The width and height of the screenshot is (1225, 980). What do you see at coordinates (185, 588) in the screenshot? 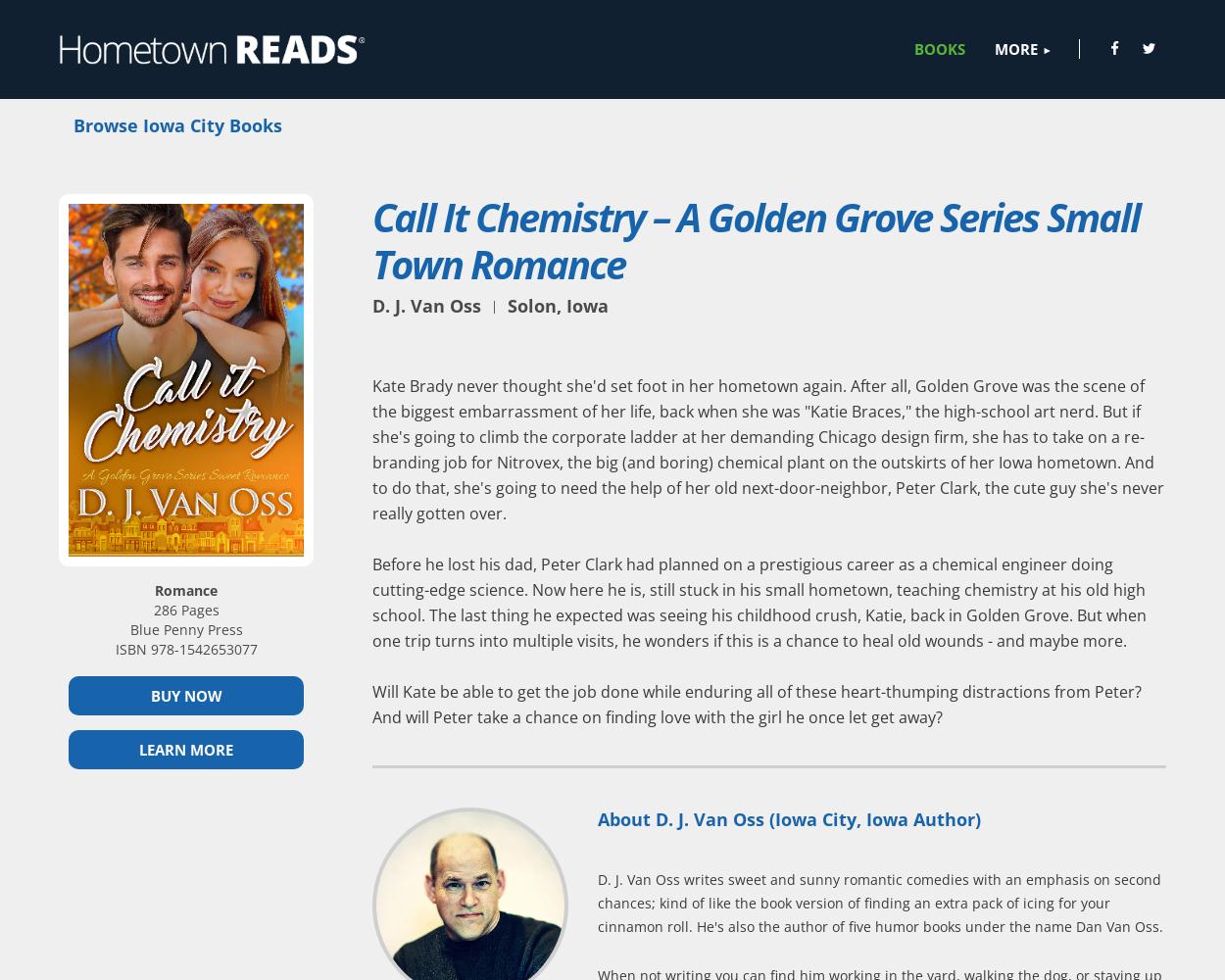
I see `'Romance'` at bounding box center [185, 588].